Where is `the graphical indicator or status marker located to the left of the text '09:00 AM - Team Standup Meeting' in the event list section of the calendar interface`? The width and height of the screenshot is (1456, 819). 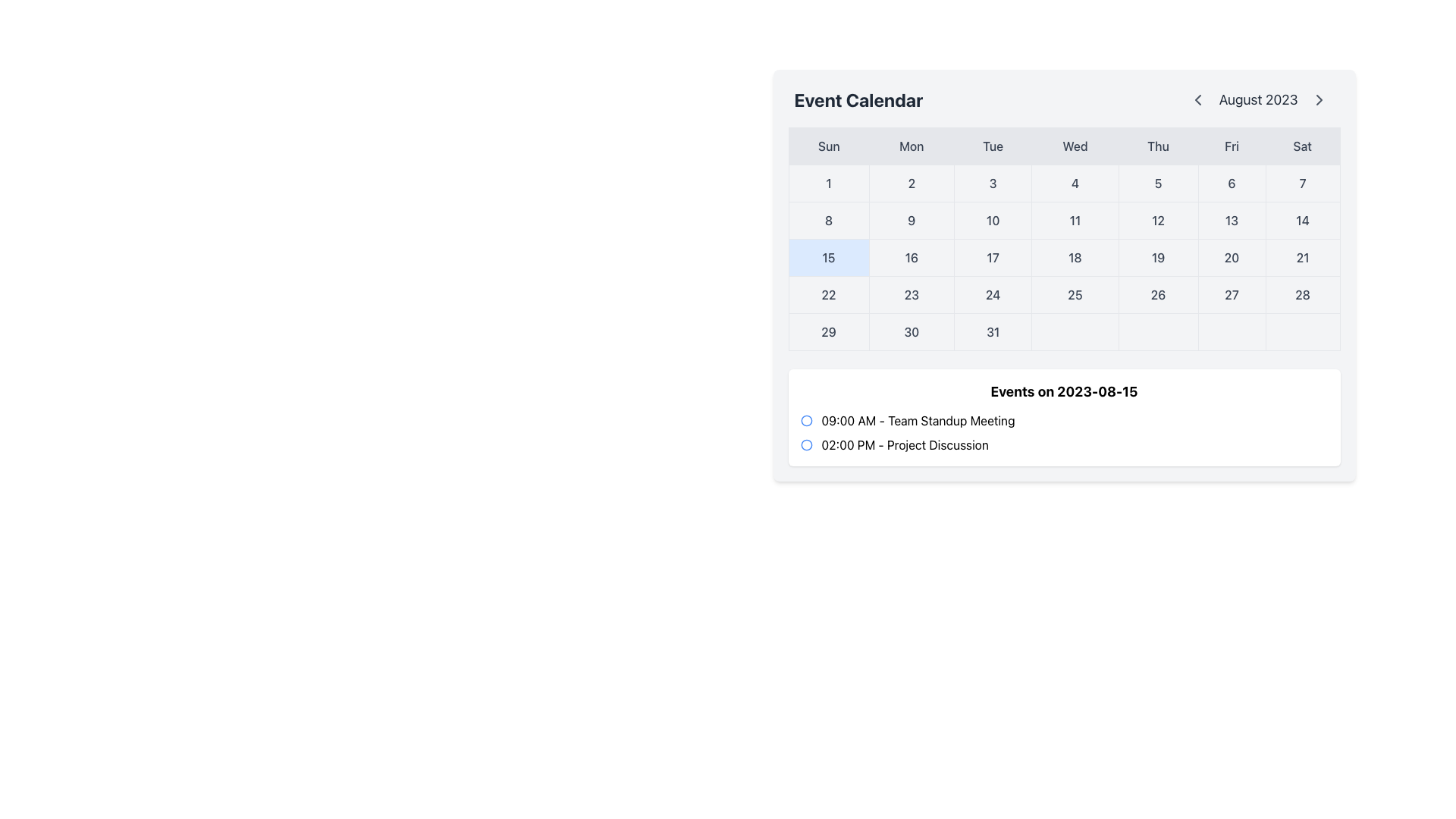
the graphical indicator or status marker located to the left of the text '09:00 AM - Team Standup Meeting' in the event list section of the calendar interface is located at coordinates (805, 421).